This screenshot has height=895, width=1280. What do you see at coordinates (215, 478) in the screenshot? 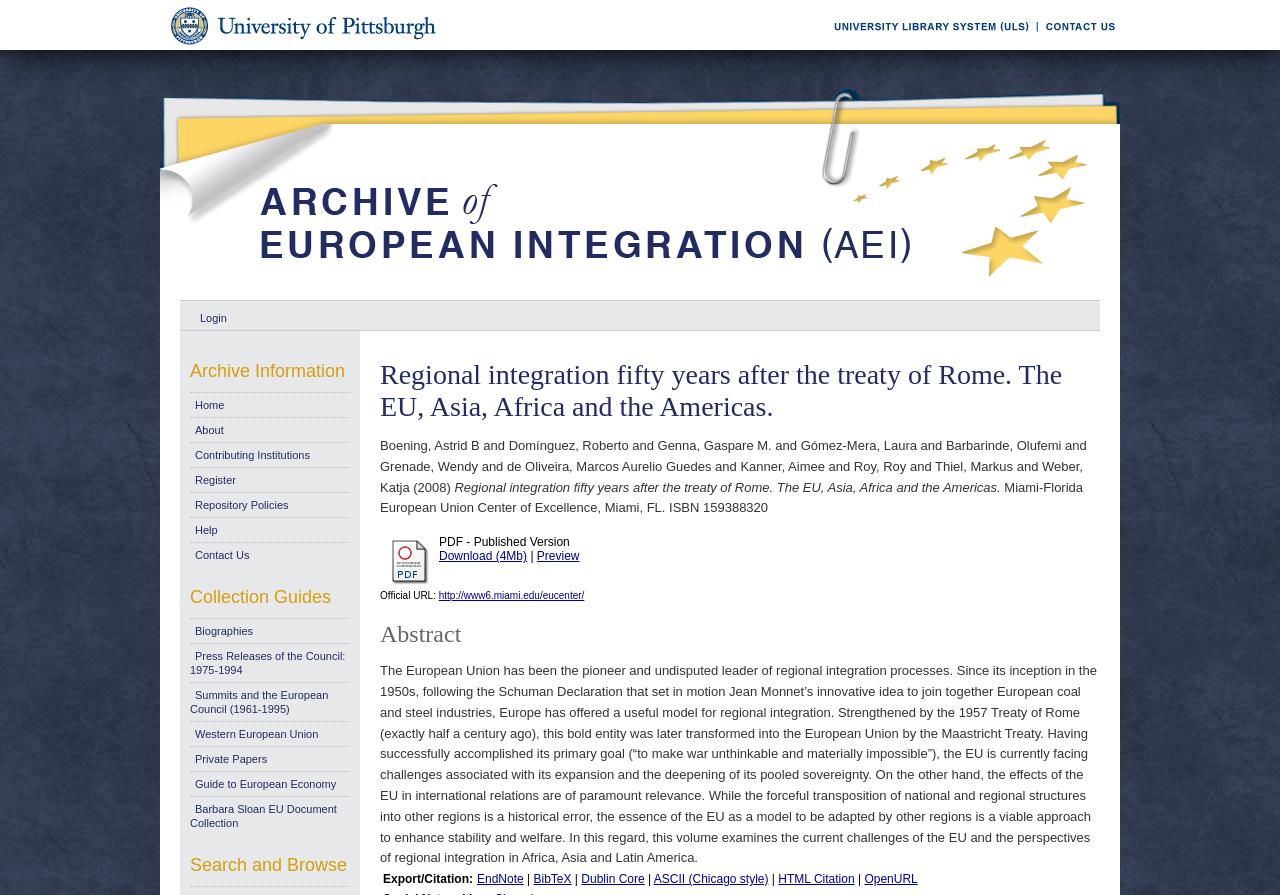
I see `'Register'` at bounding box center [215, 478].